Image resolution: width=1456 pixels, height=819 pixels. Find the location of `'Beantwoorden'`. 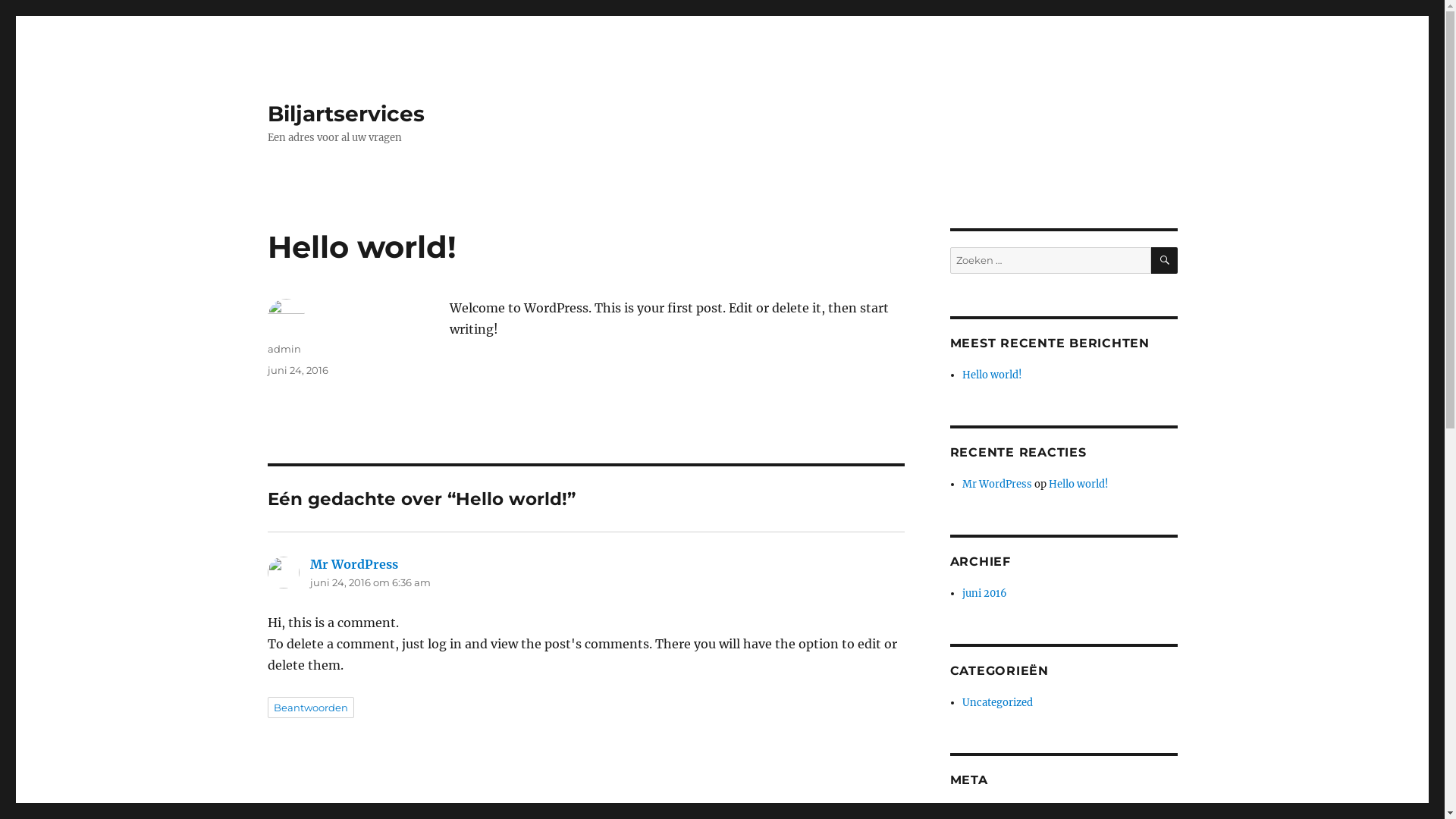

'Beantwoorden' is located at coordinates (309, 708).